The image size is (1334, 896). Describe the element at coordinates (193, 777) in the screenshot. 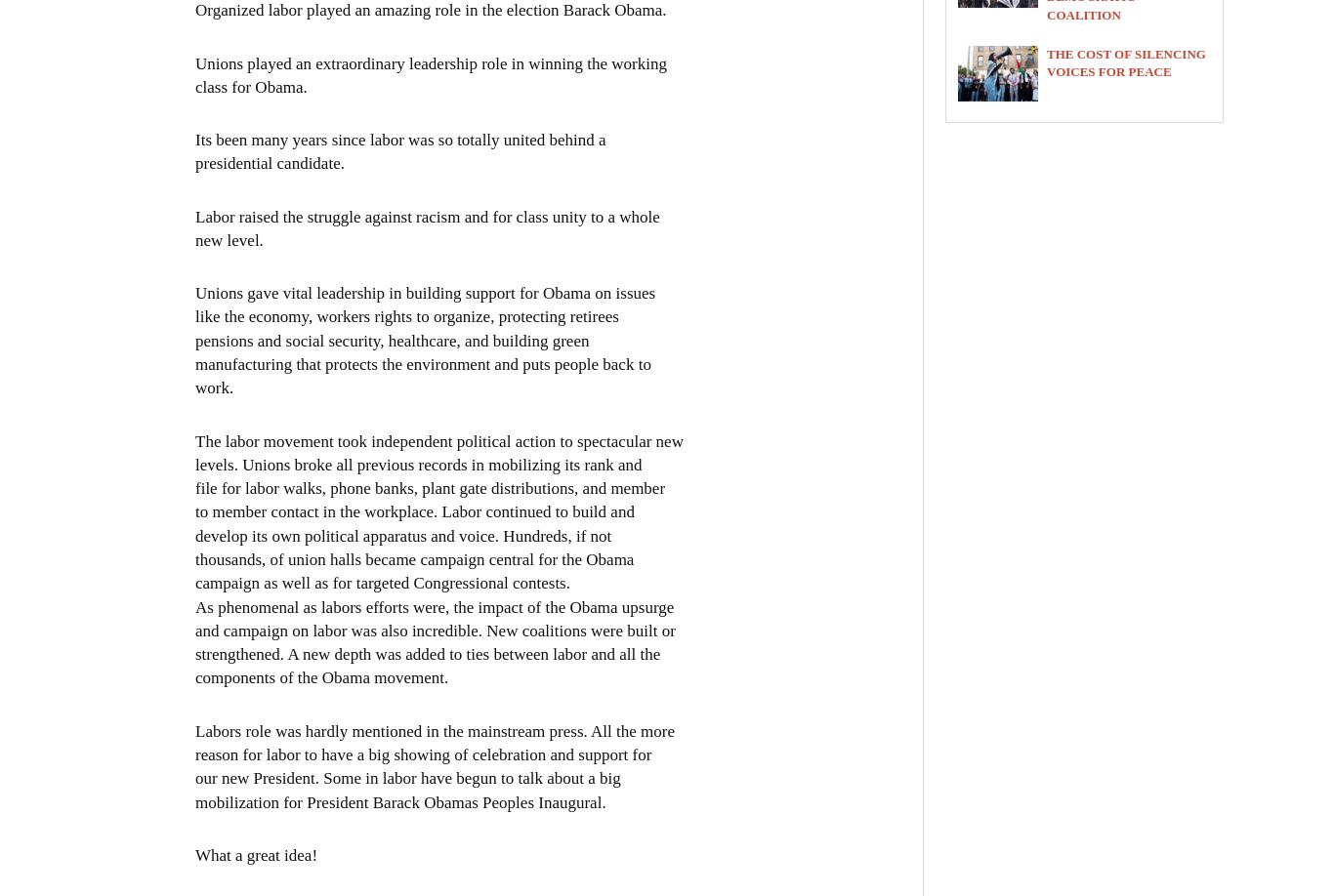

I see `'our new President. Some in labor have begun to talk about a big'` at that location.